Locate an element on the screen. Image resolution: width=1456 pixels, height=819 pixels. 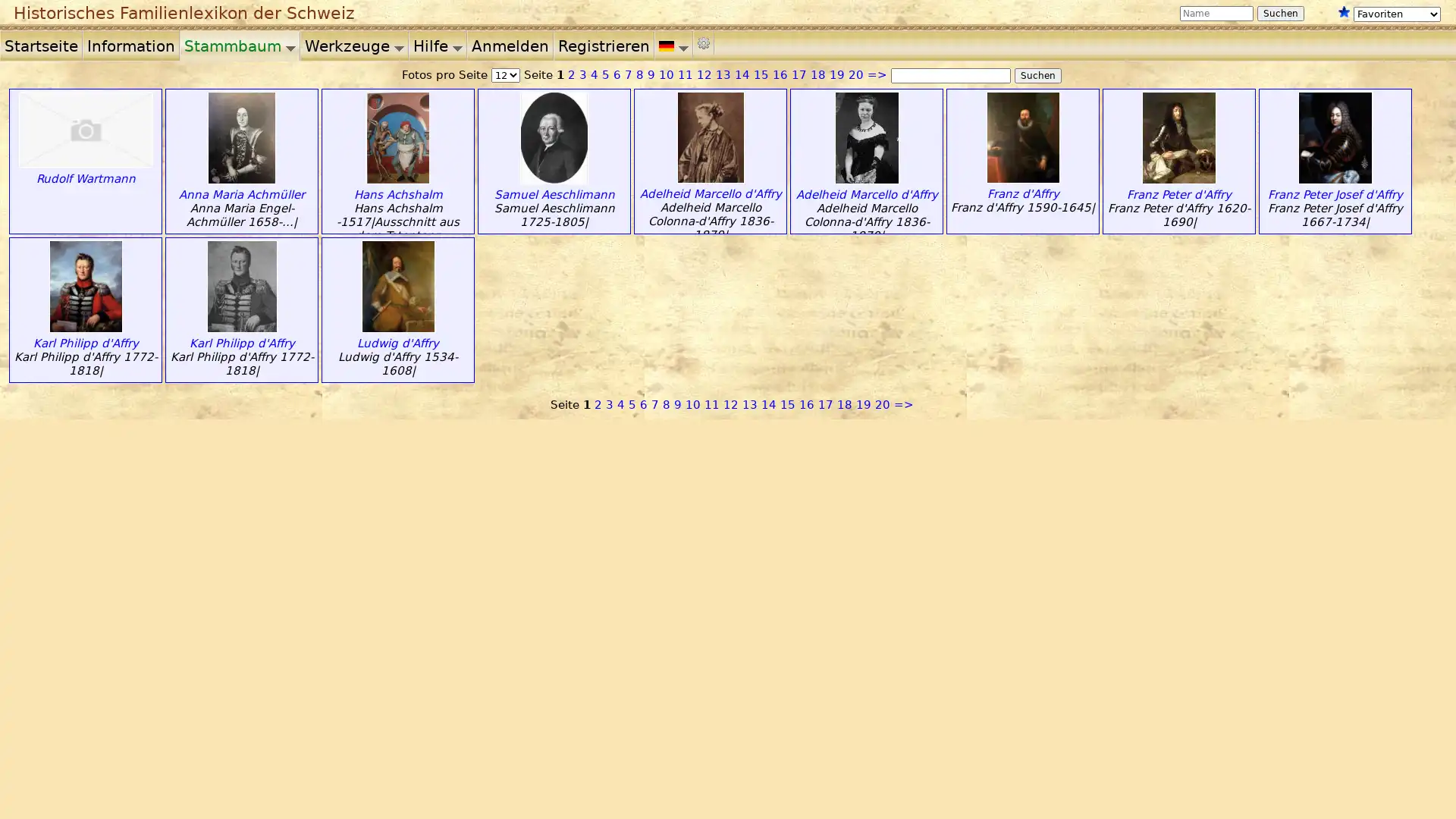
Suchen is located at coordinates (1037, 76).